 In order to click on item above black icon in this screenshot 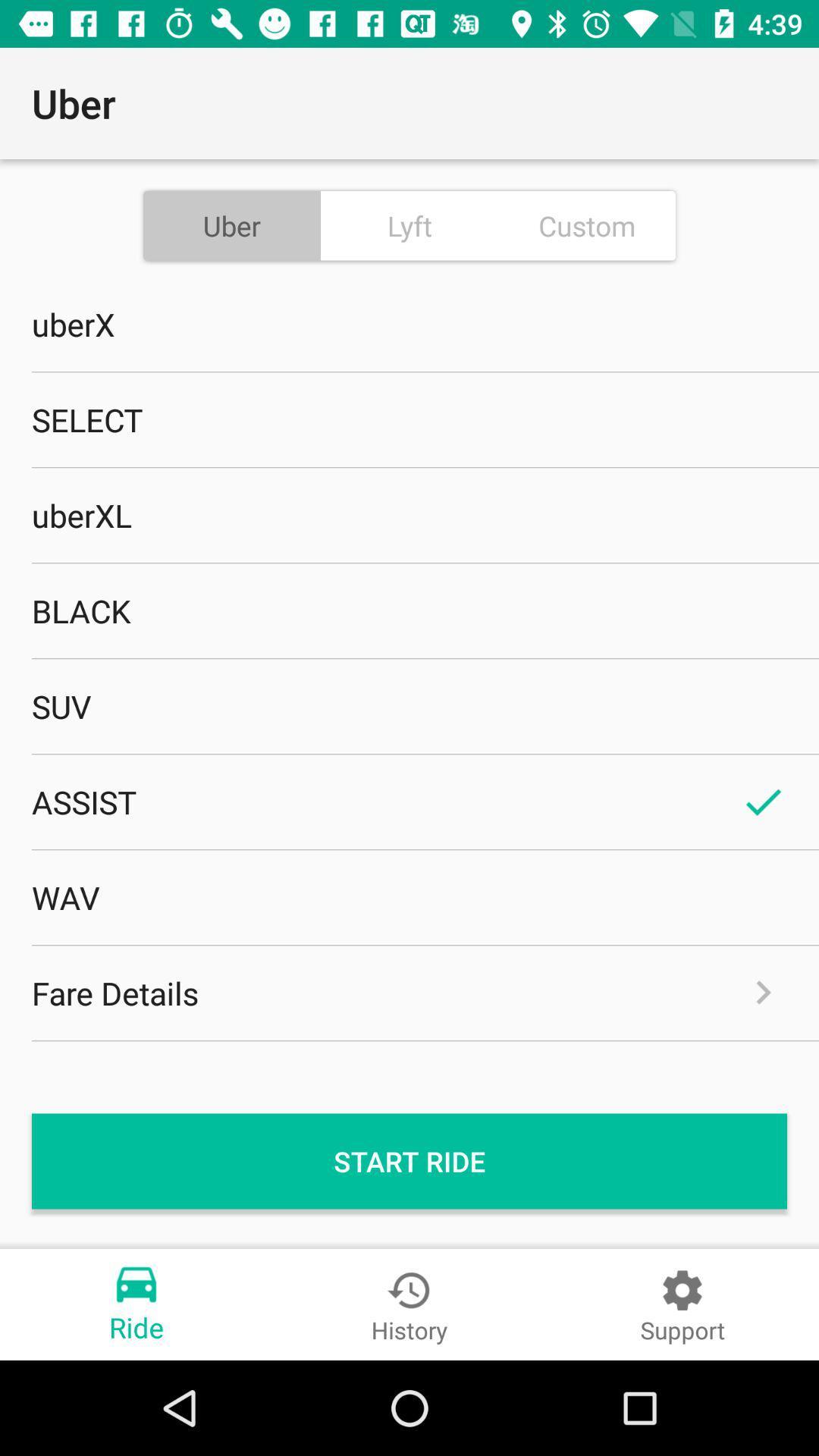, I will do `click(409, 515)`.